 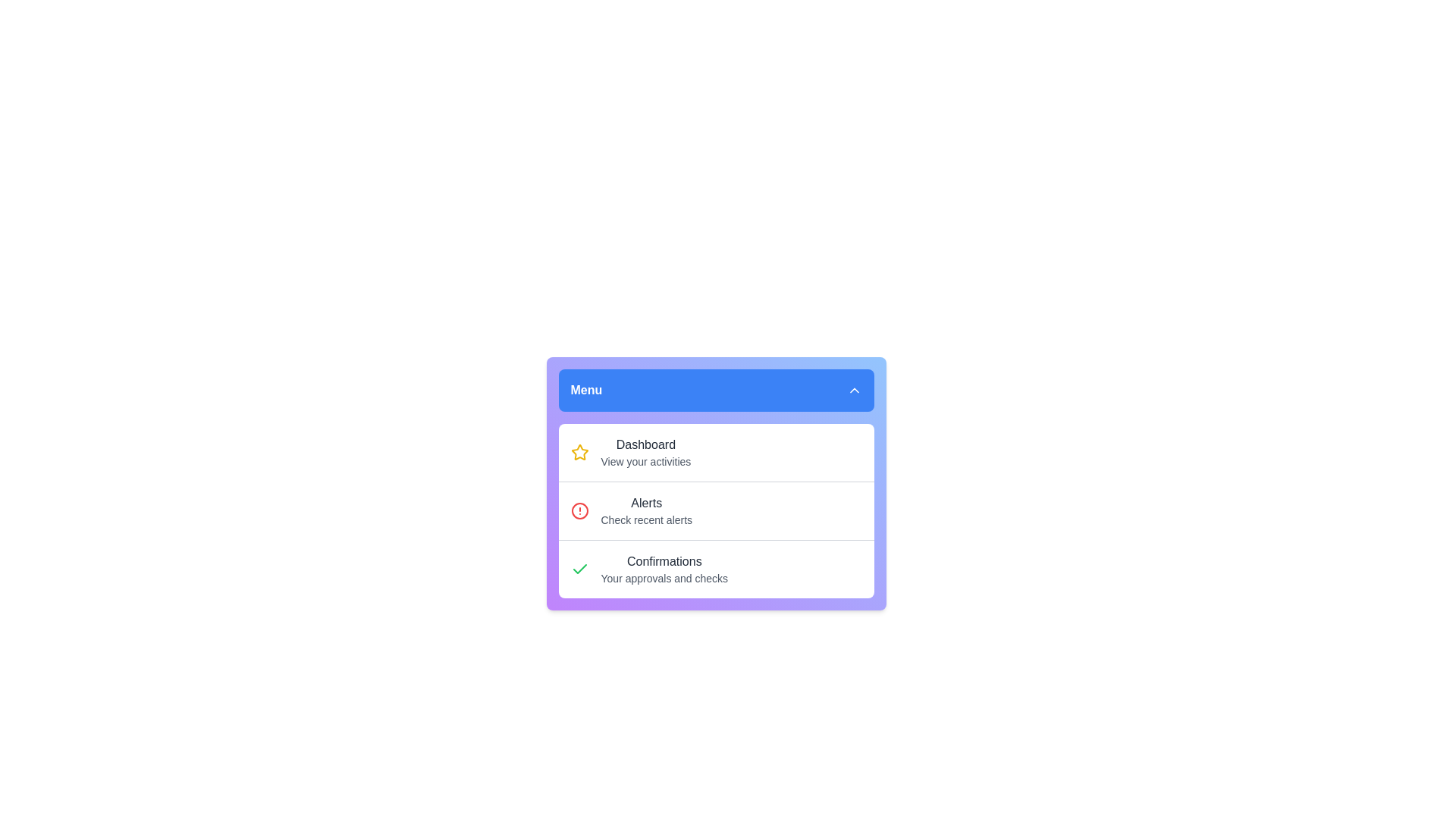 I want to click on the checkmark icon, which is styled in green and indicates a confirmation action, located in the lower-right quadrant of the layout, so click(x=579, y=569).